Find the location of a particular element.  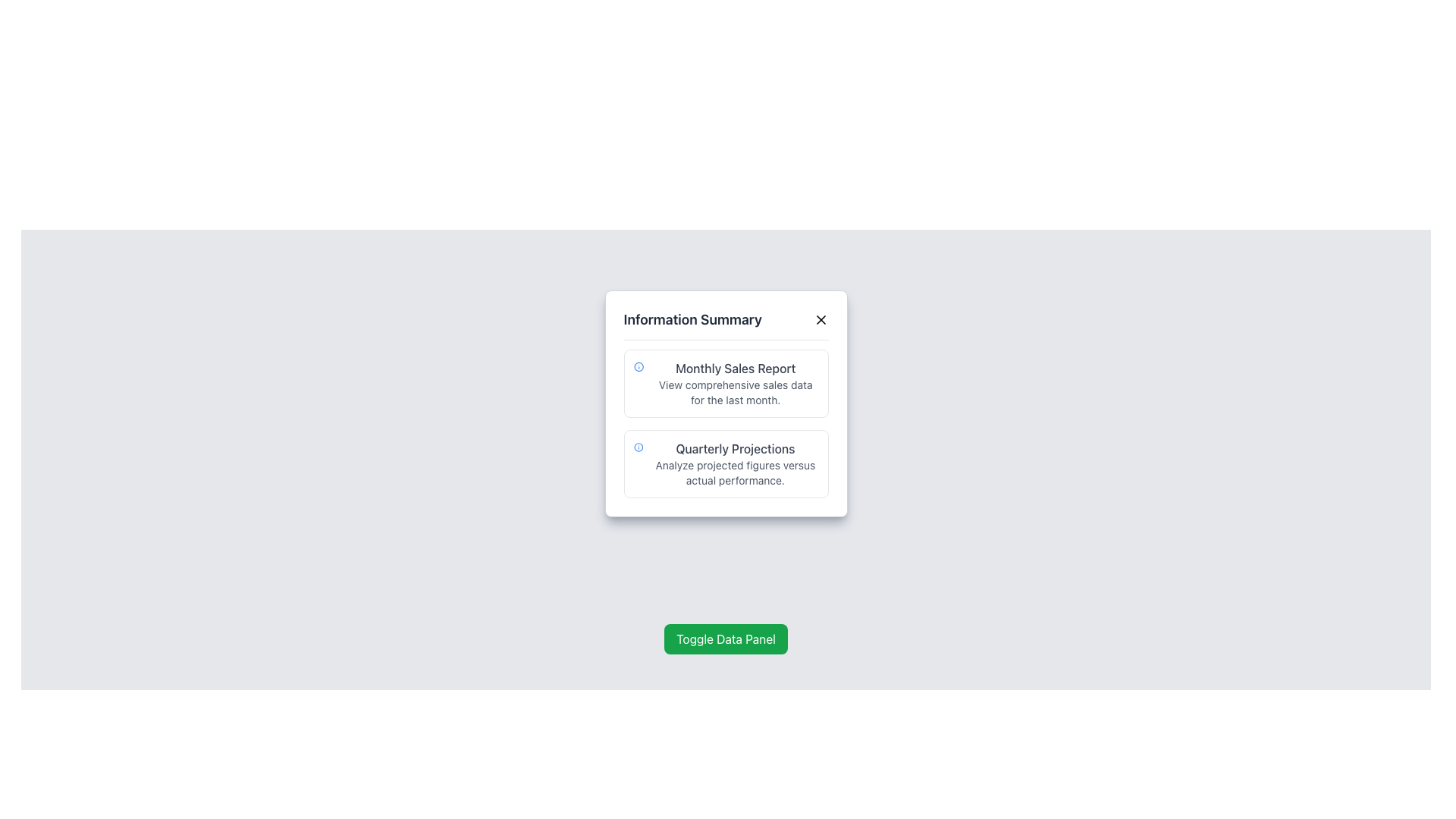

the informational text block titled 'Quarterly Projections' that contains the description 'Analyze projected figures versus actual performance.', located within a card below the 'Monthly Sales Report' card is located at coordinates (735, 463).